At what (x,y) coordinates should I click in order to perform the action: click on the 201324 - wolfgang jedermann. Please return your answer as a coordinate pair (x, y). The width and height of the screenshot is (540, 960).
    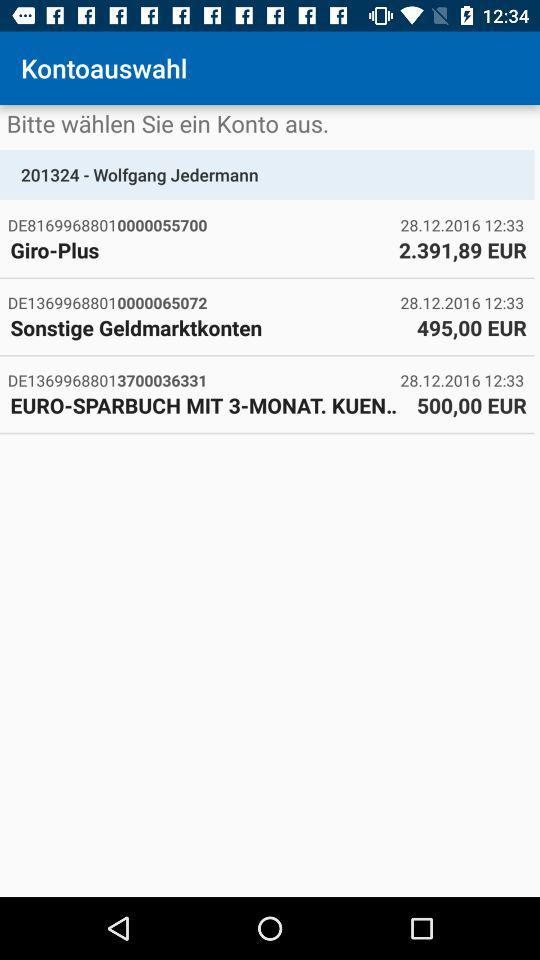
    Looking at the image, I should click on (267, 173).